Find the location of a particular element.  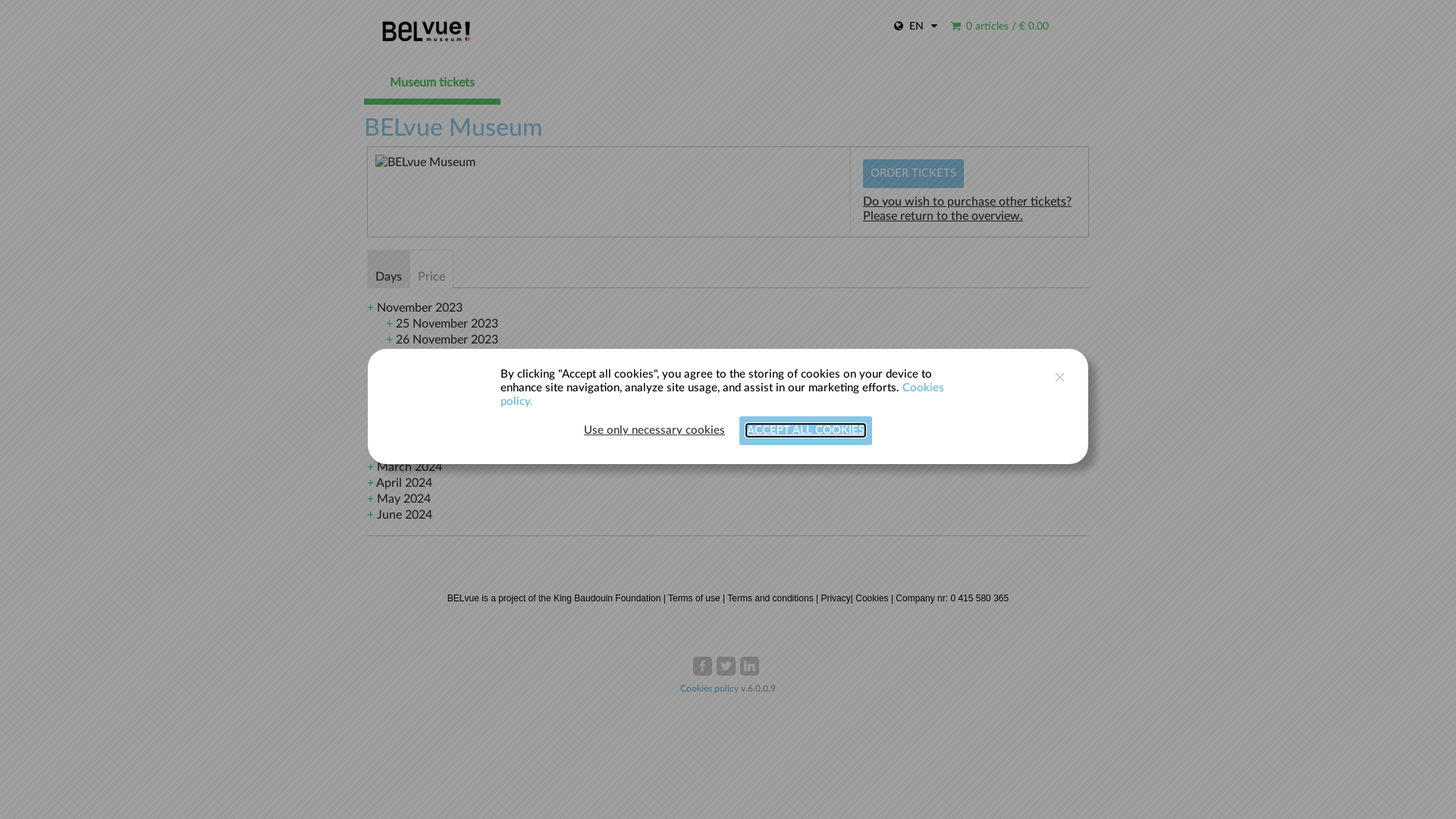

'Use only necessary cookies' is located at coordinates (654, 430).